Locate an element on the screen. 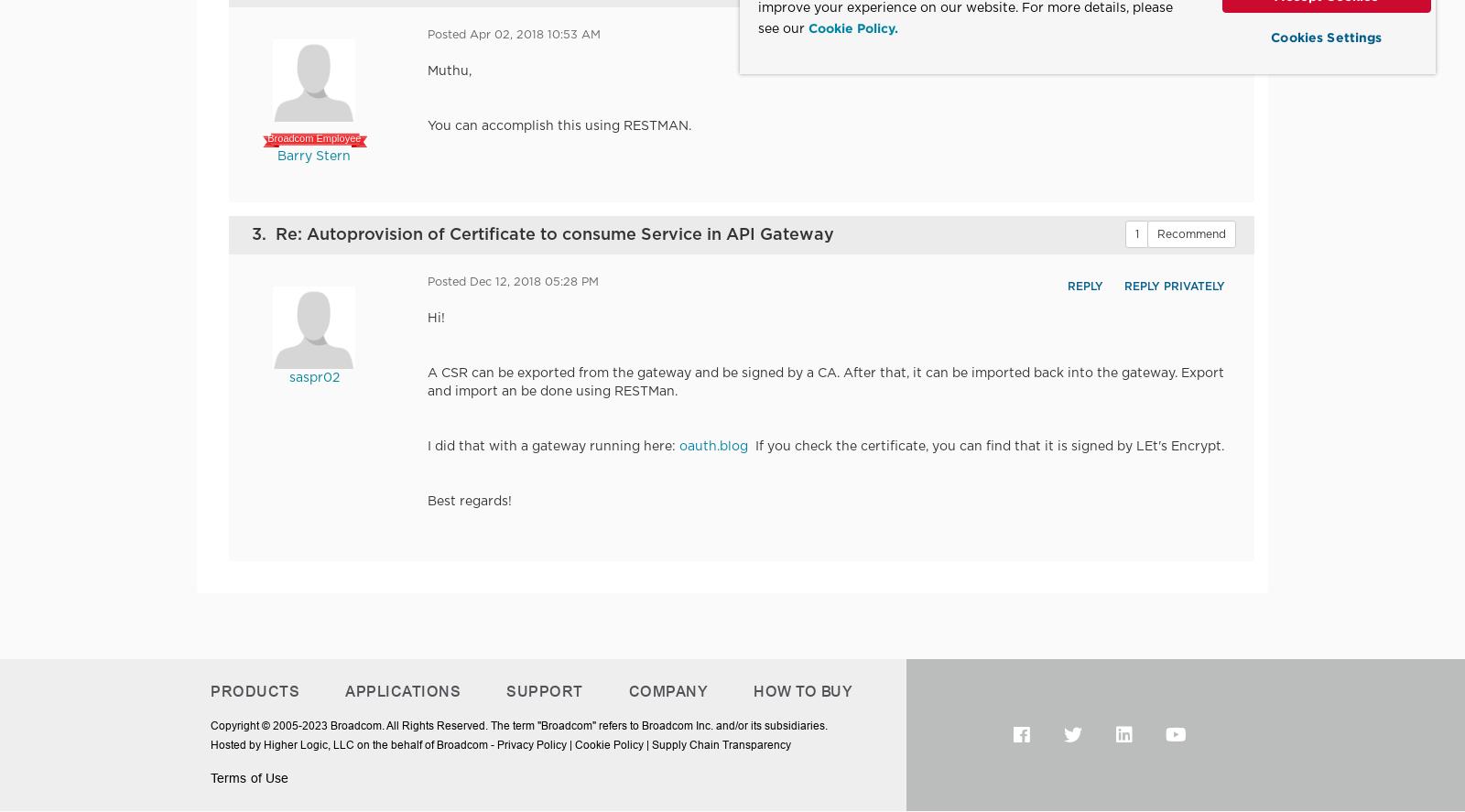 The width and height of the screenshot is (1465, 812). 'Copyright © 2005-2023 Broadcom. All Rights Reserved. The term "Broadcom" refers to Broadcom Inc. and/or its subsidiaries.' is located at coordinates (518, 725).